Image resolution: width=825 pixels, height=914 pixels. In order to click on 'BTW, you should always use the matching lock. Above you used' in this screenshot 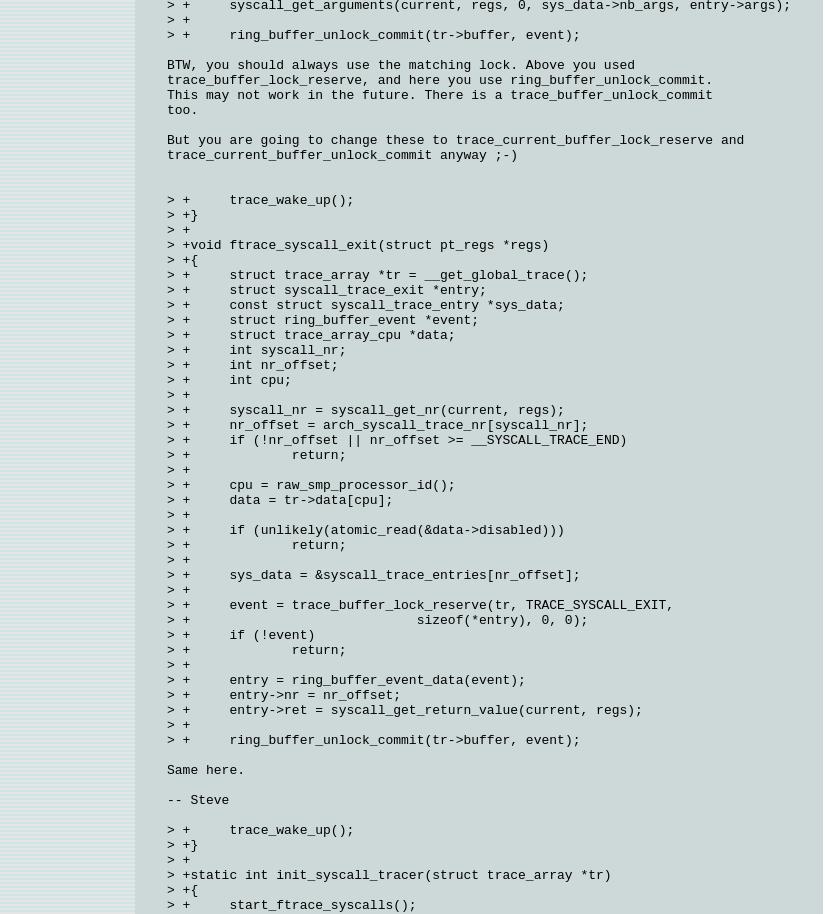, I will do `click(403, 64)`.